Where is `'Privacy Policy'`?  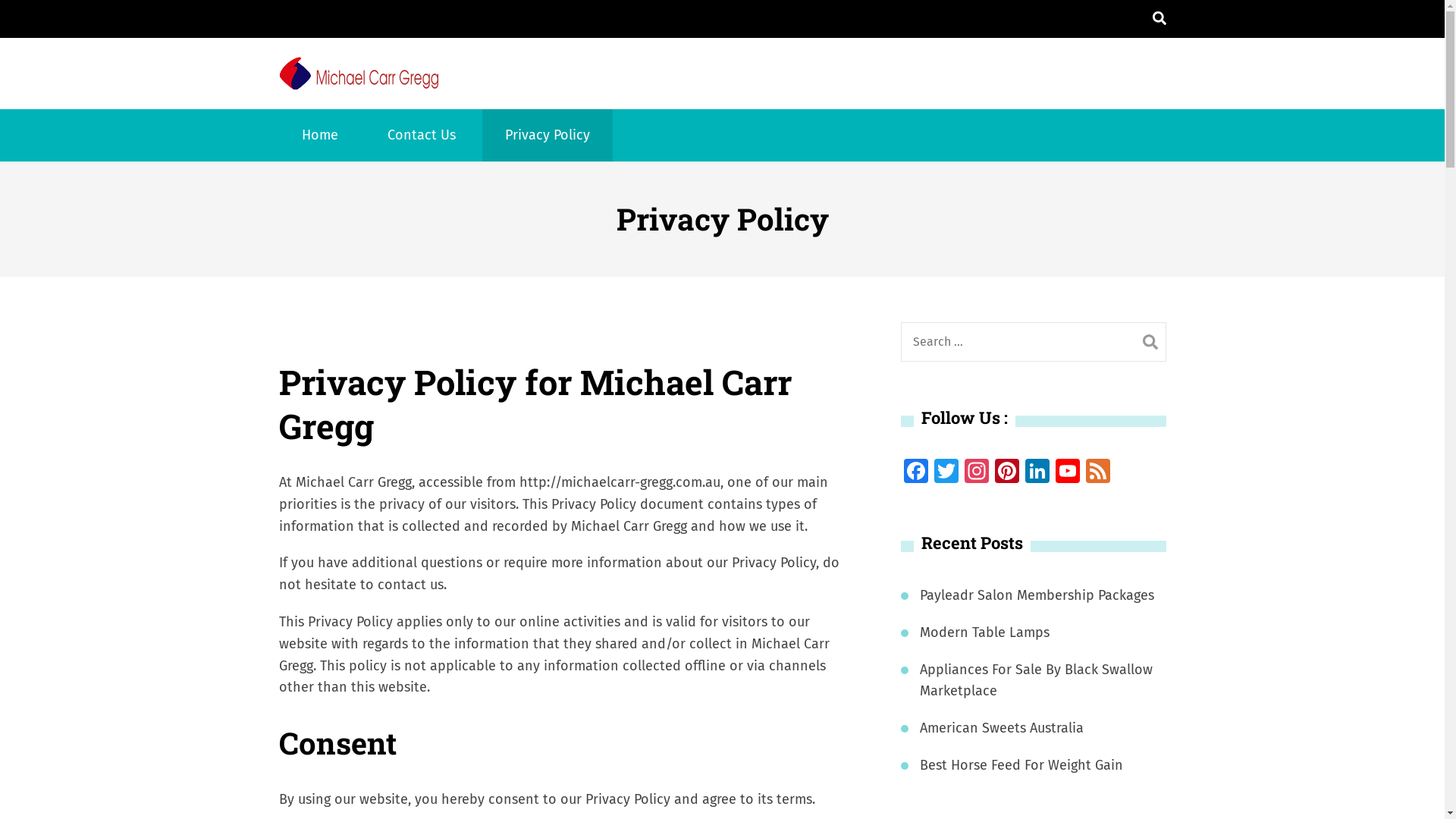
'Privacy Policy' is located at coordinates (546, 134).